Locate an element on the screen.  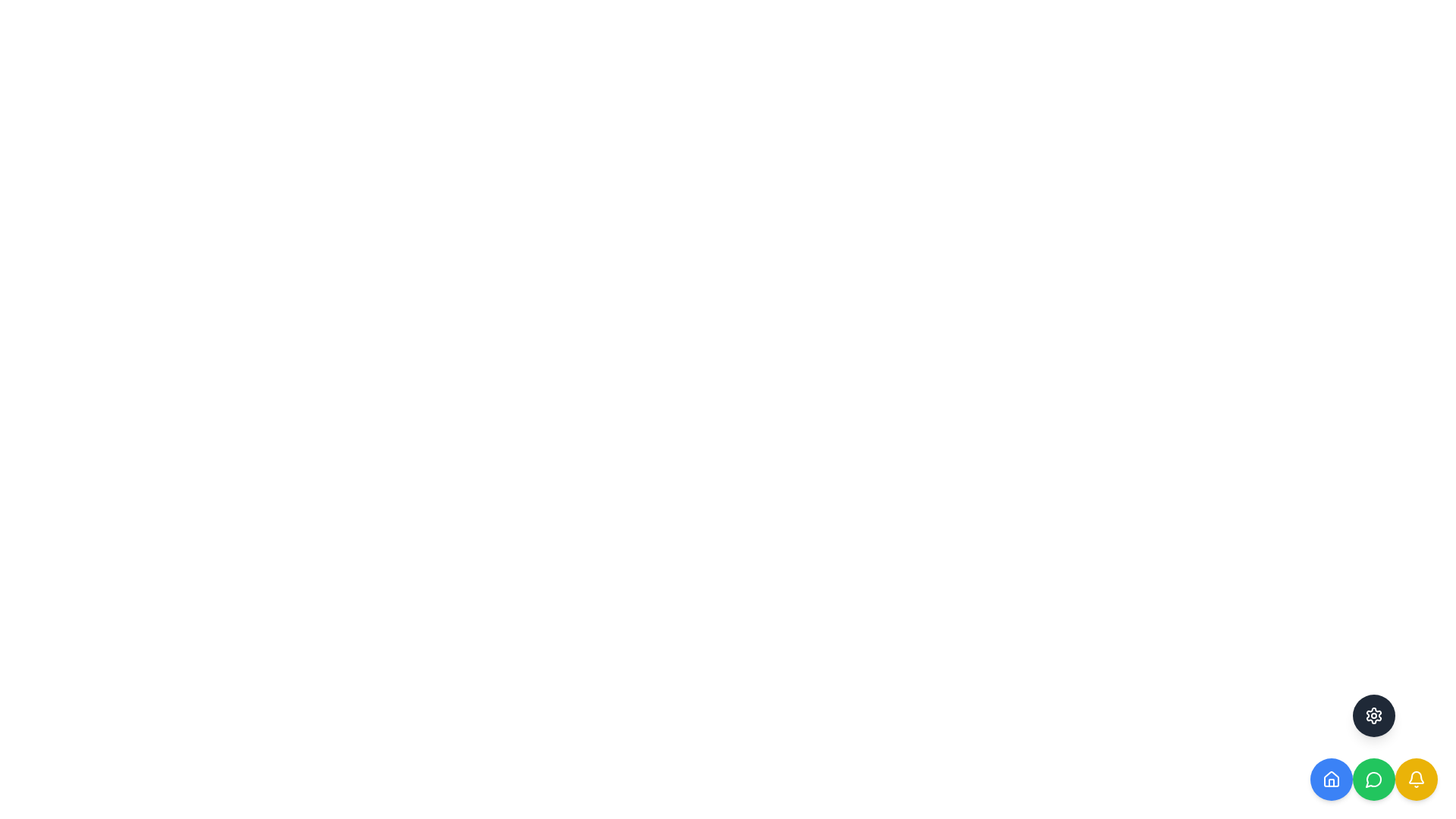
the cogwheel-shaped Settings Icon inside the dark circular button at the bottom-right corner of the interface is located at coordinates (1373, 716).